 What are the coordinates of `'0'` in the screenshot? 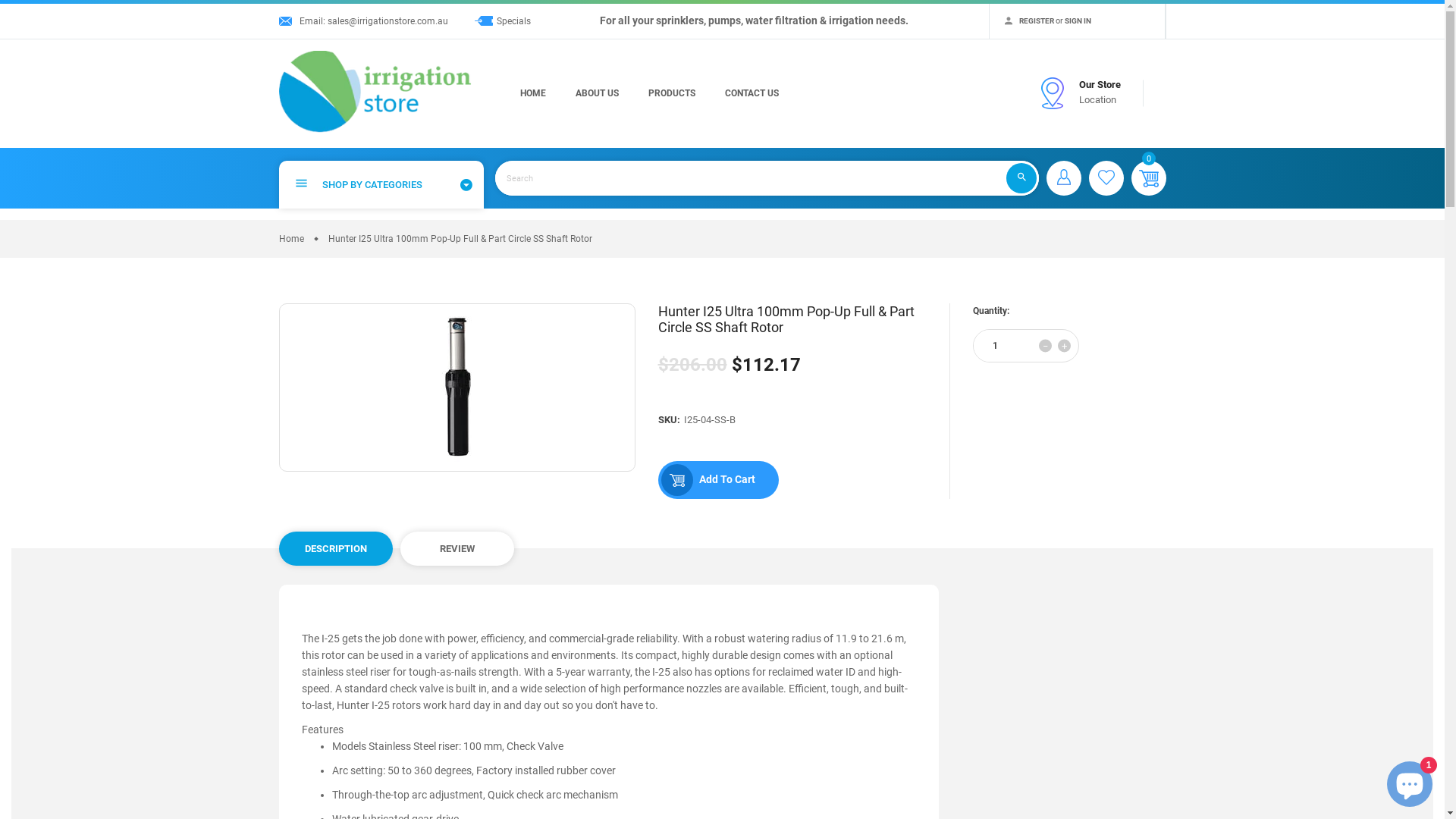 It's located at (1131, 177).